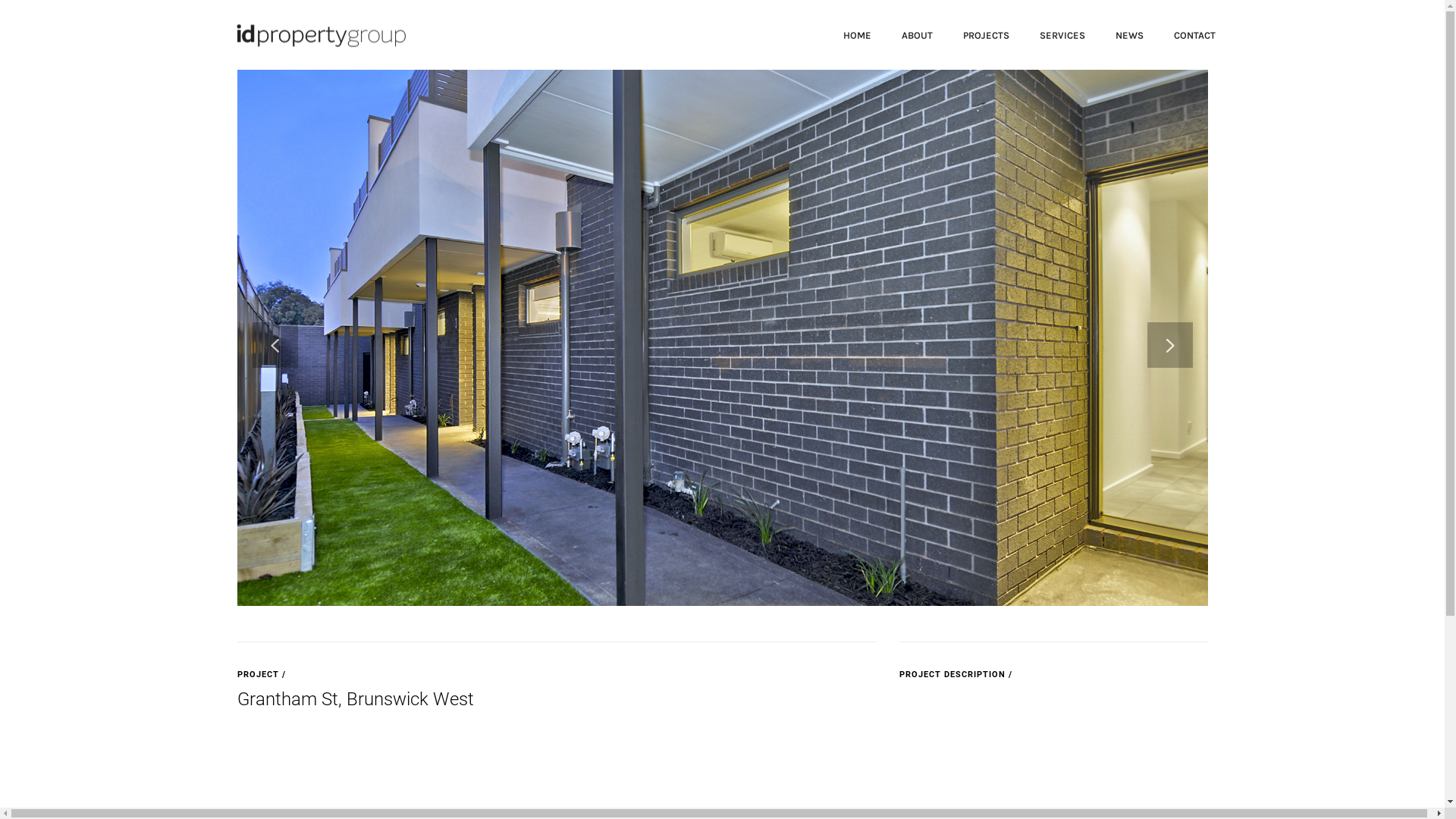 This screenshot has height=819, width=1456. Describe the element at coordinates (236, 673) in the screenshot. I see `'PROJECT /'` at that location.